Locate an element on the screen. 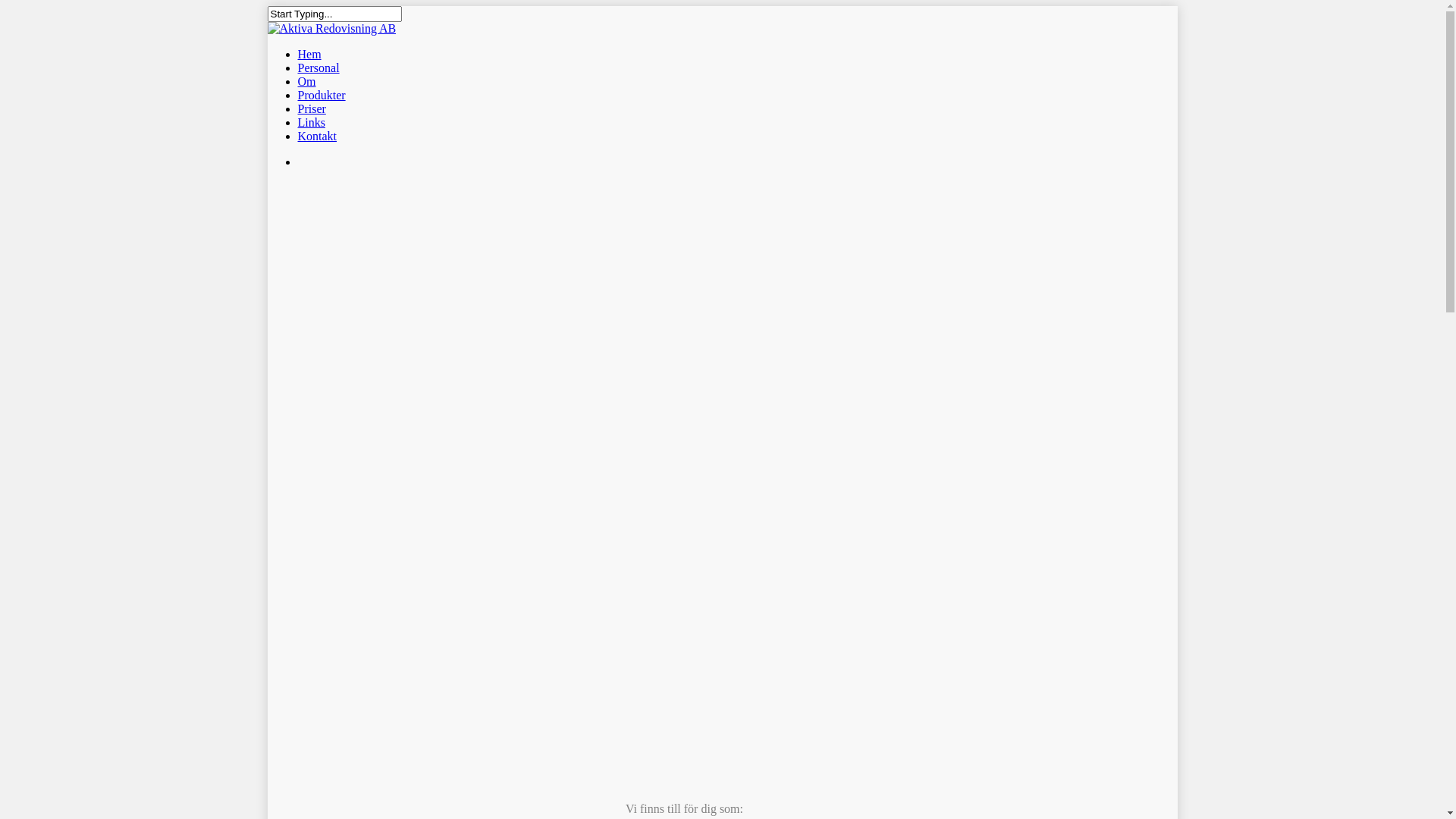 The height and width of the screenshot is (819, 1456). 'Produkter' is located at coordinates (320, 95).